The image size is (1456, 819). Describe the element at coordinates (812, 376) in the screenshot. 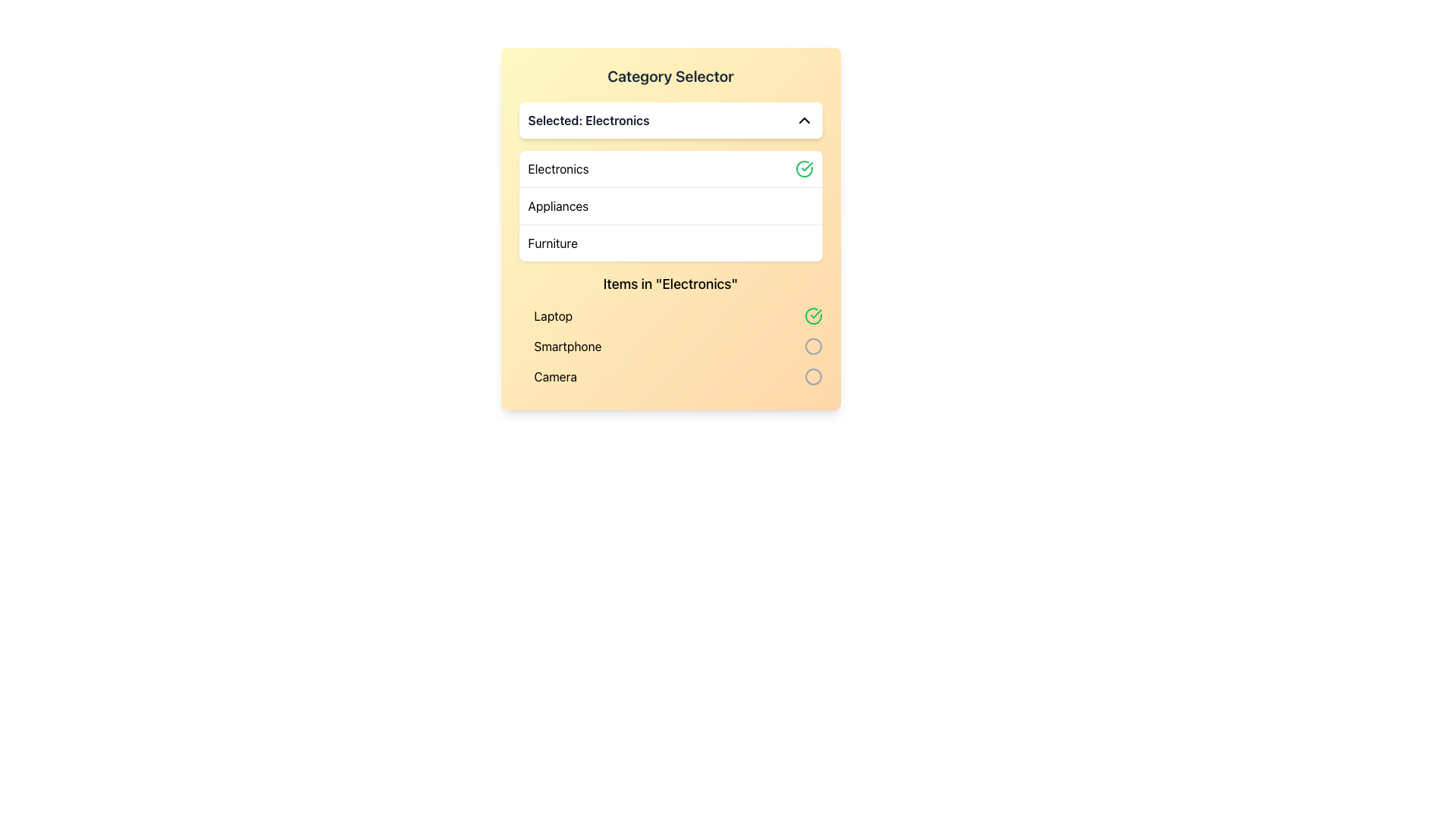

I see `the third circular status indicator icon for the 'Camera' option, which is currently not selected` at that location.